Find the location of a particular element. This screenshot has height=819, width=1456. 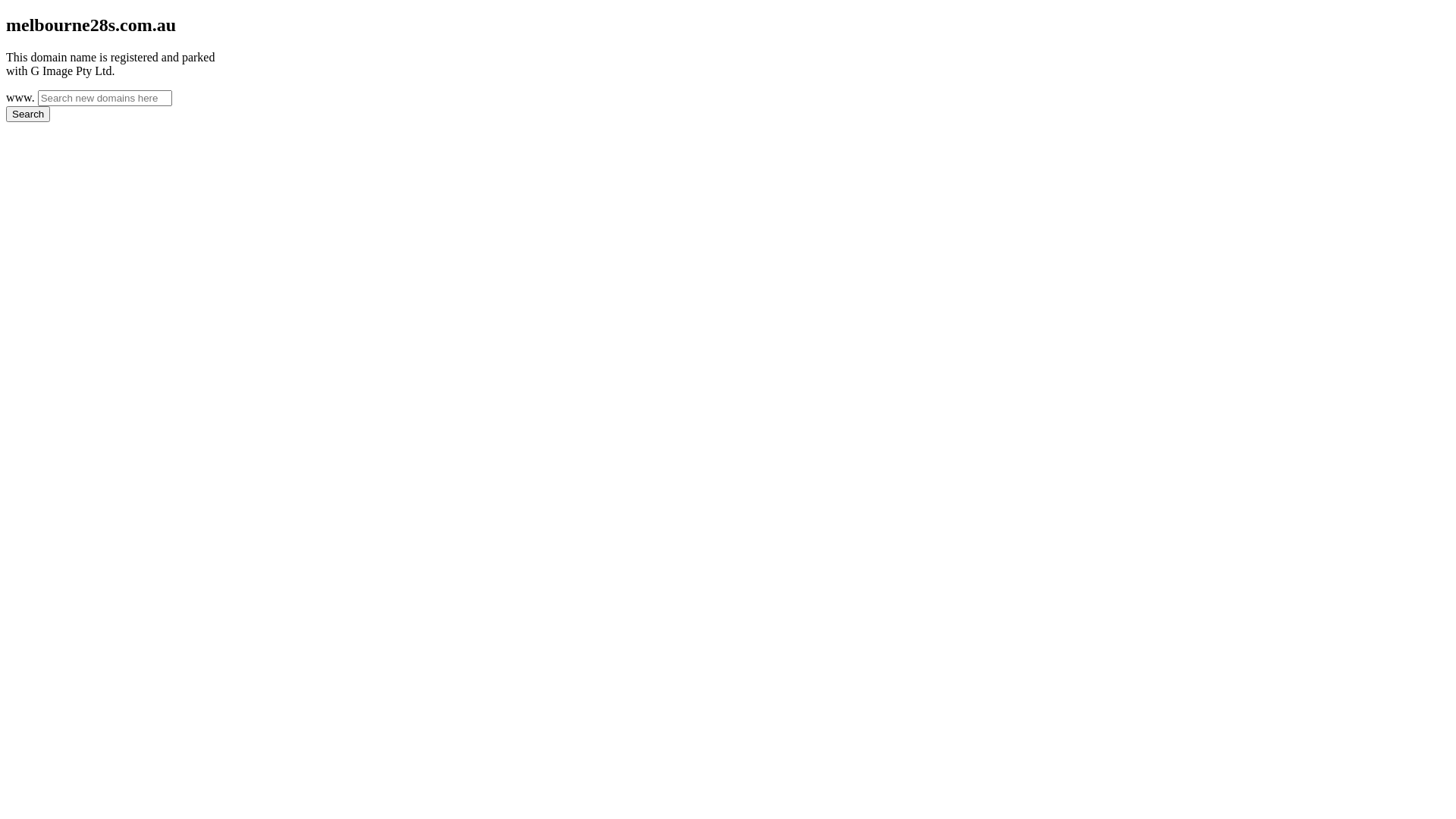

'Search' is located at coordinates (28, 113).